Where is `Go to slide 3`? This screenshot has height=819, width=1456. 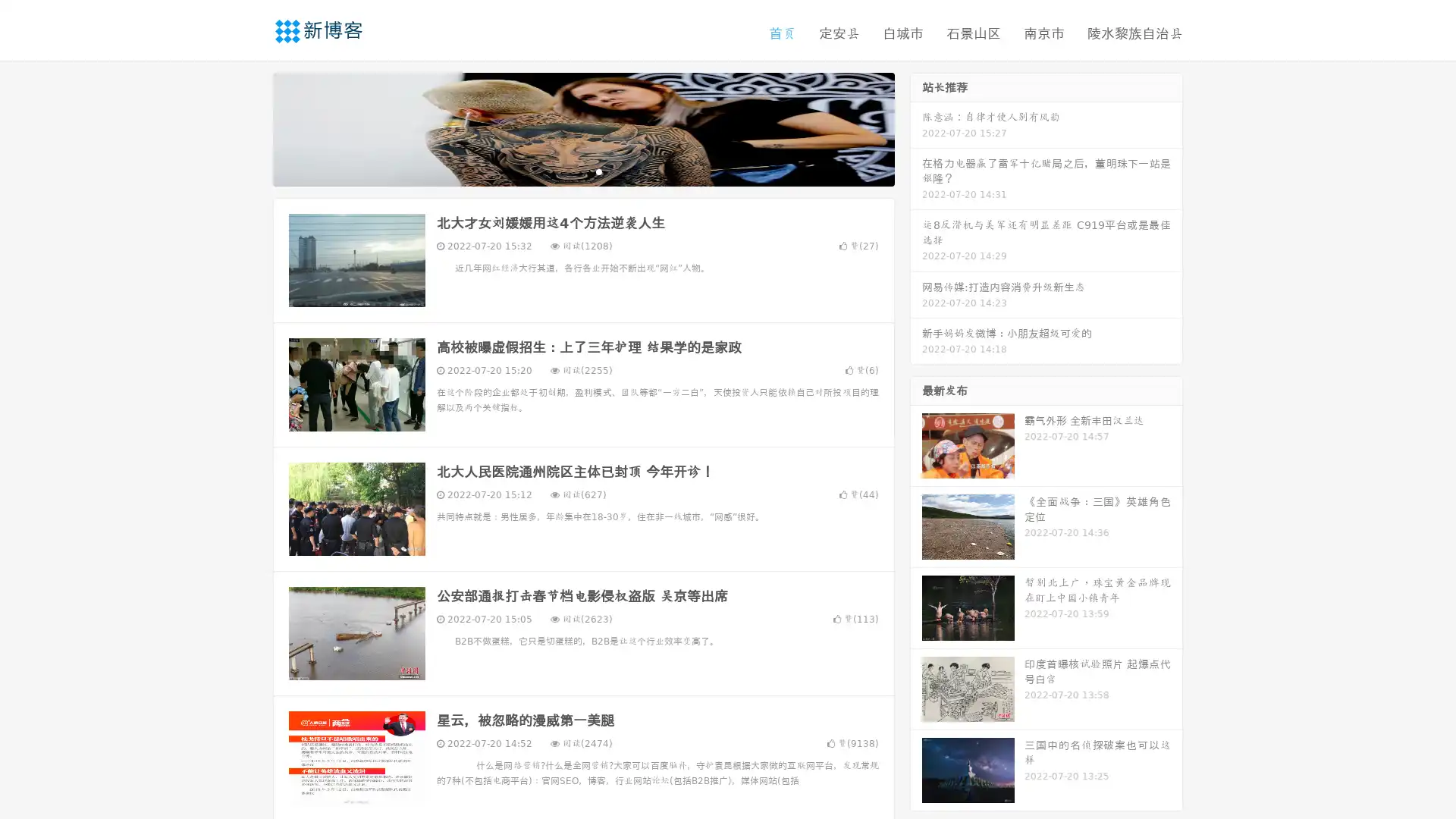
Go to slide 3 is located at coordinates (598, 171).